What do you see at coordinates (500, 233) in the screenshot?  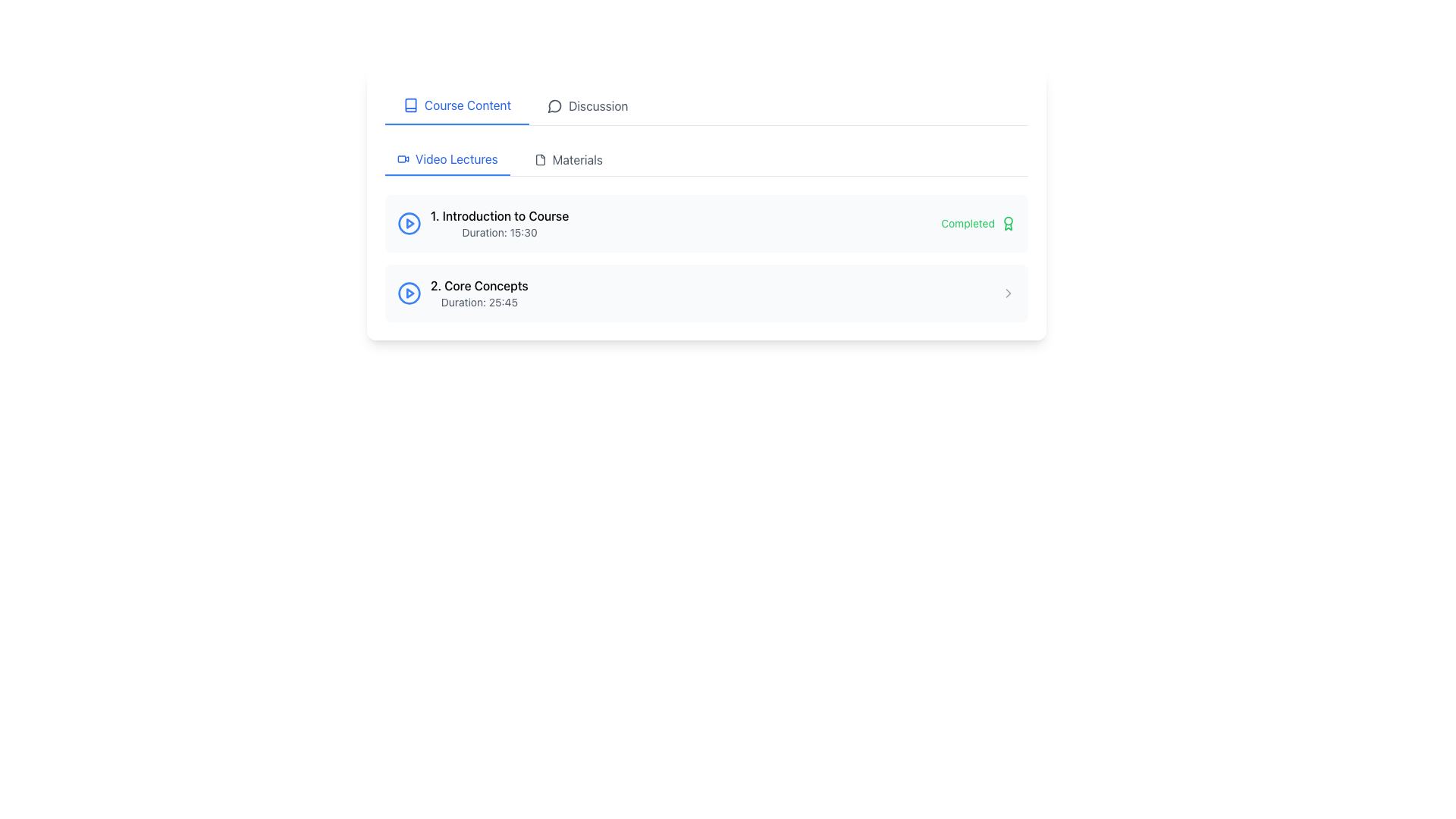 I see `the static text display that shows the duration of the course session, located directly beneath the course title '1. Introduction to Course'` at bounding box center [500, 233].